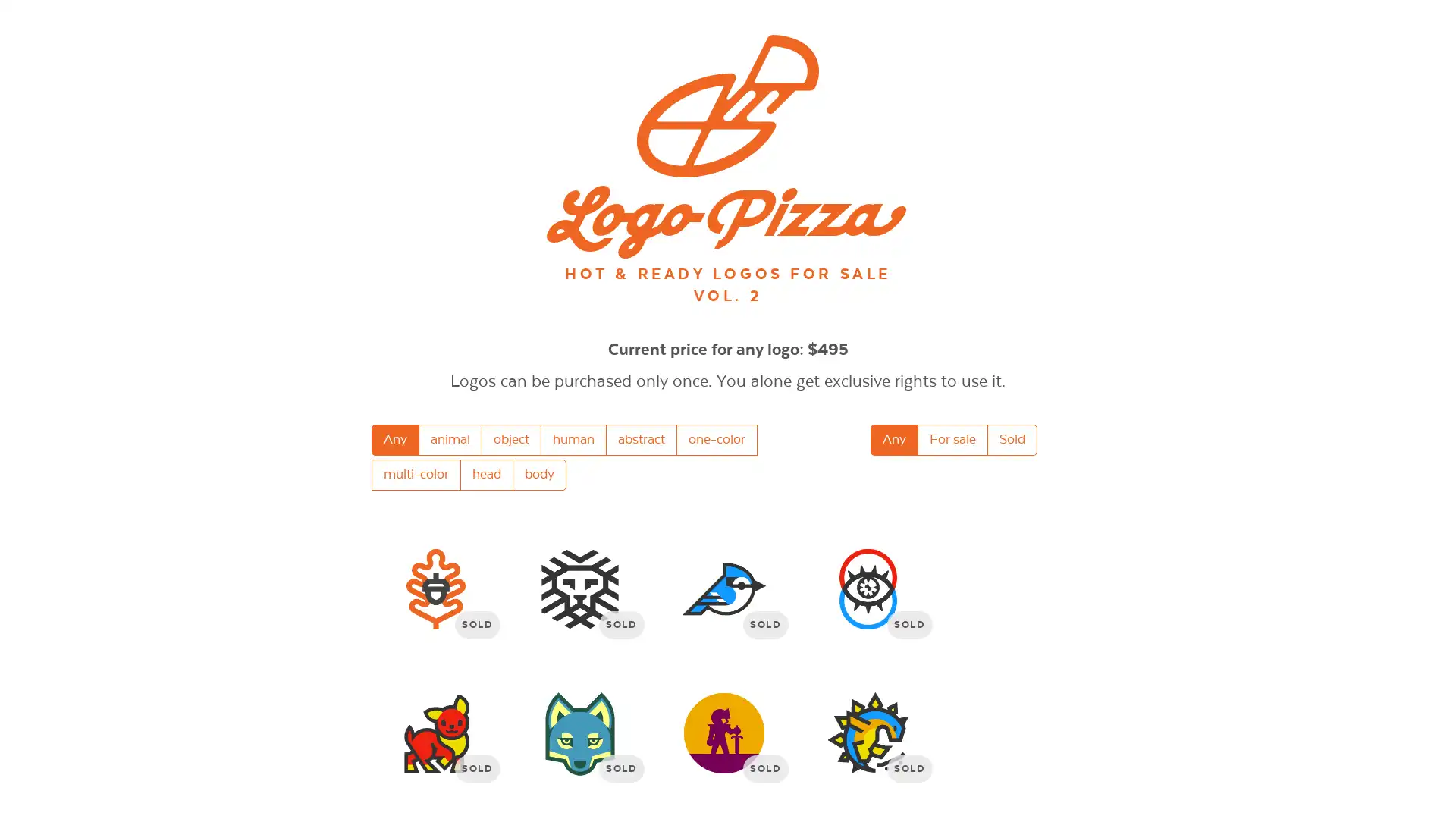  What do you see at coordinates (511, 440) in the screenshot?
I see `object` at bounding box center [511, 440].